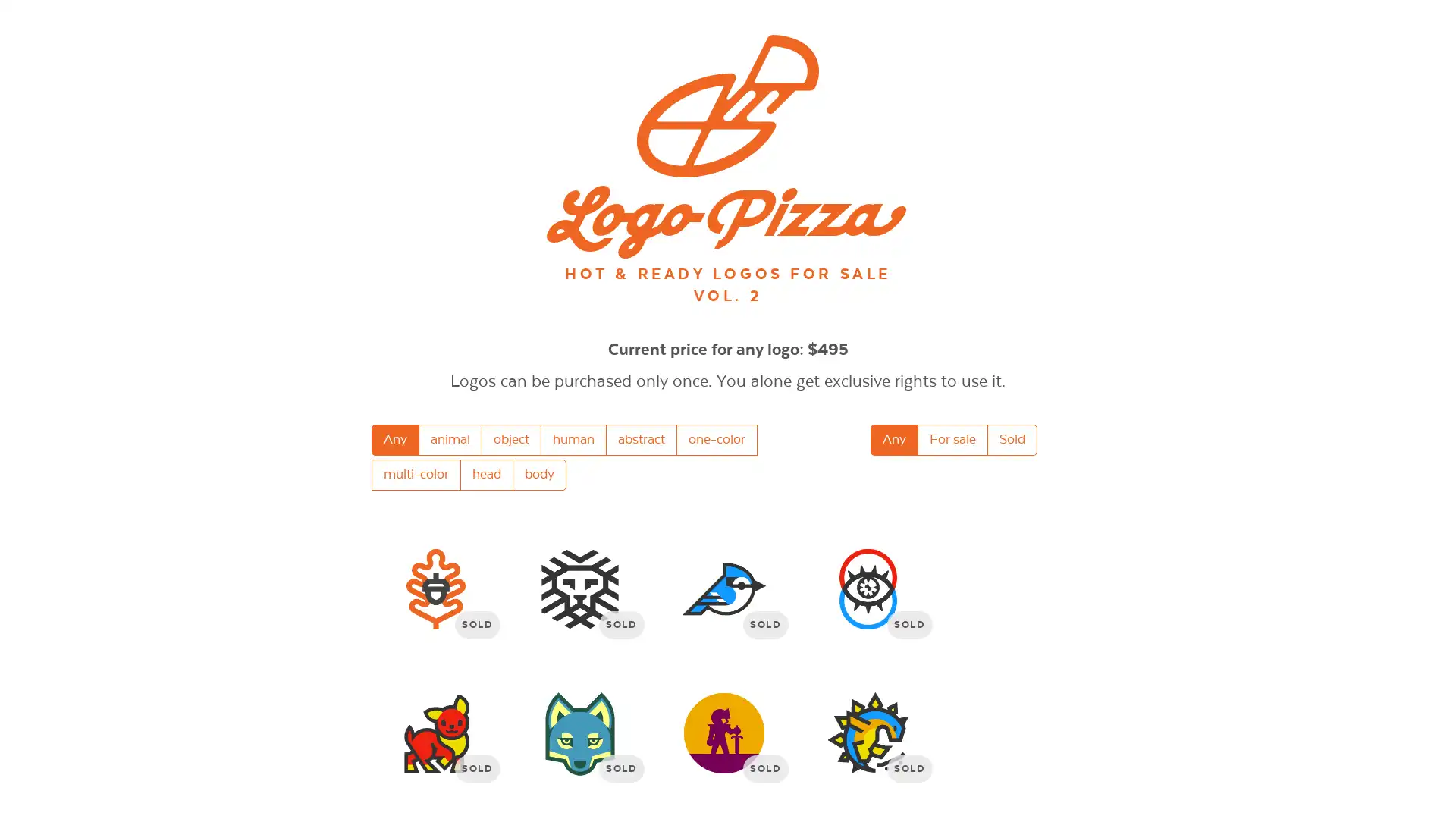  What do you see at coordinates (511, 440) in the screenshot?
I see `object` at bounding box center [511, 440].